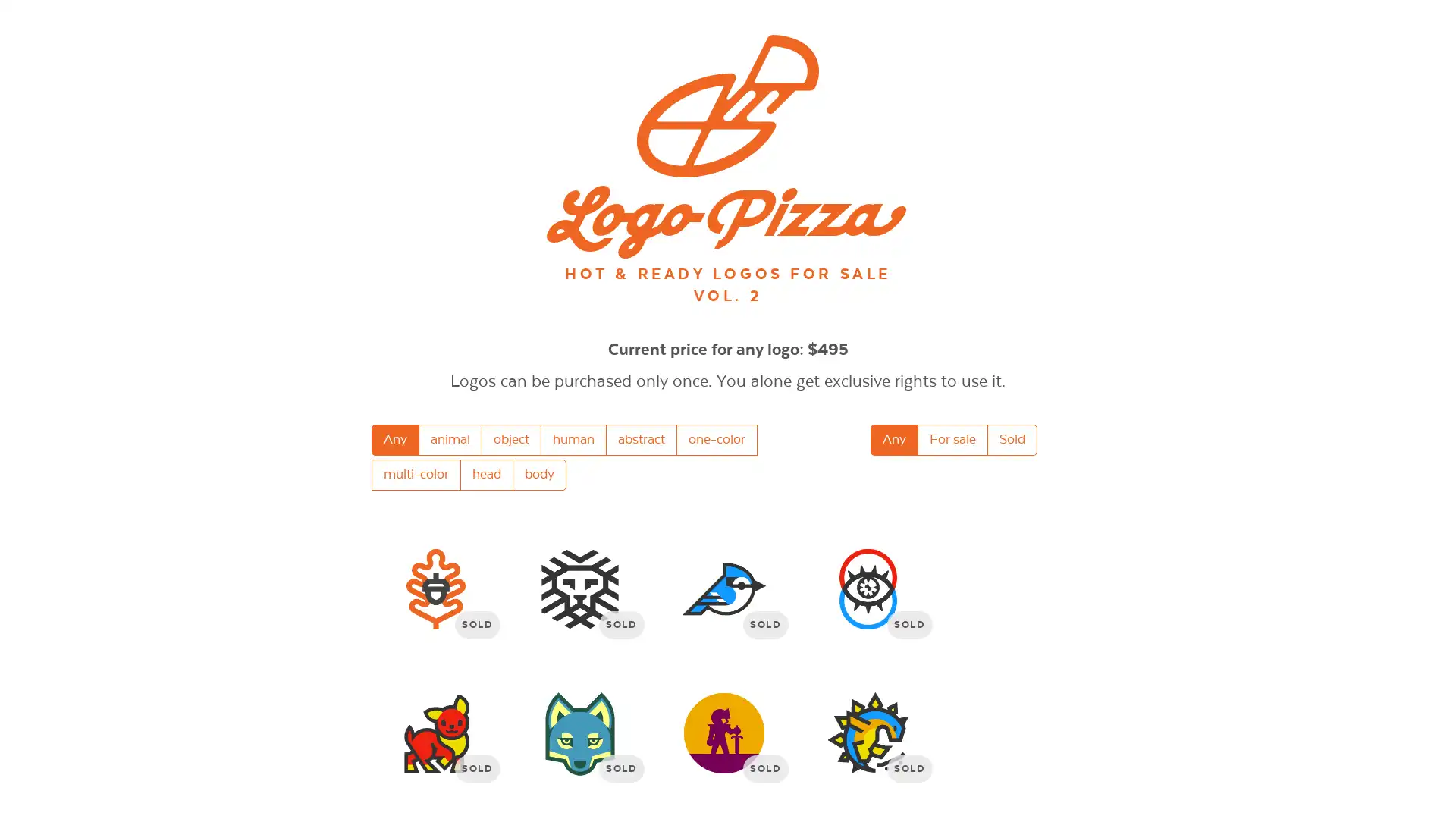  What do you see at coordinates (511, 440) in the screenshot?
I see `object` at bounding box center [511, 440].